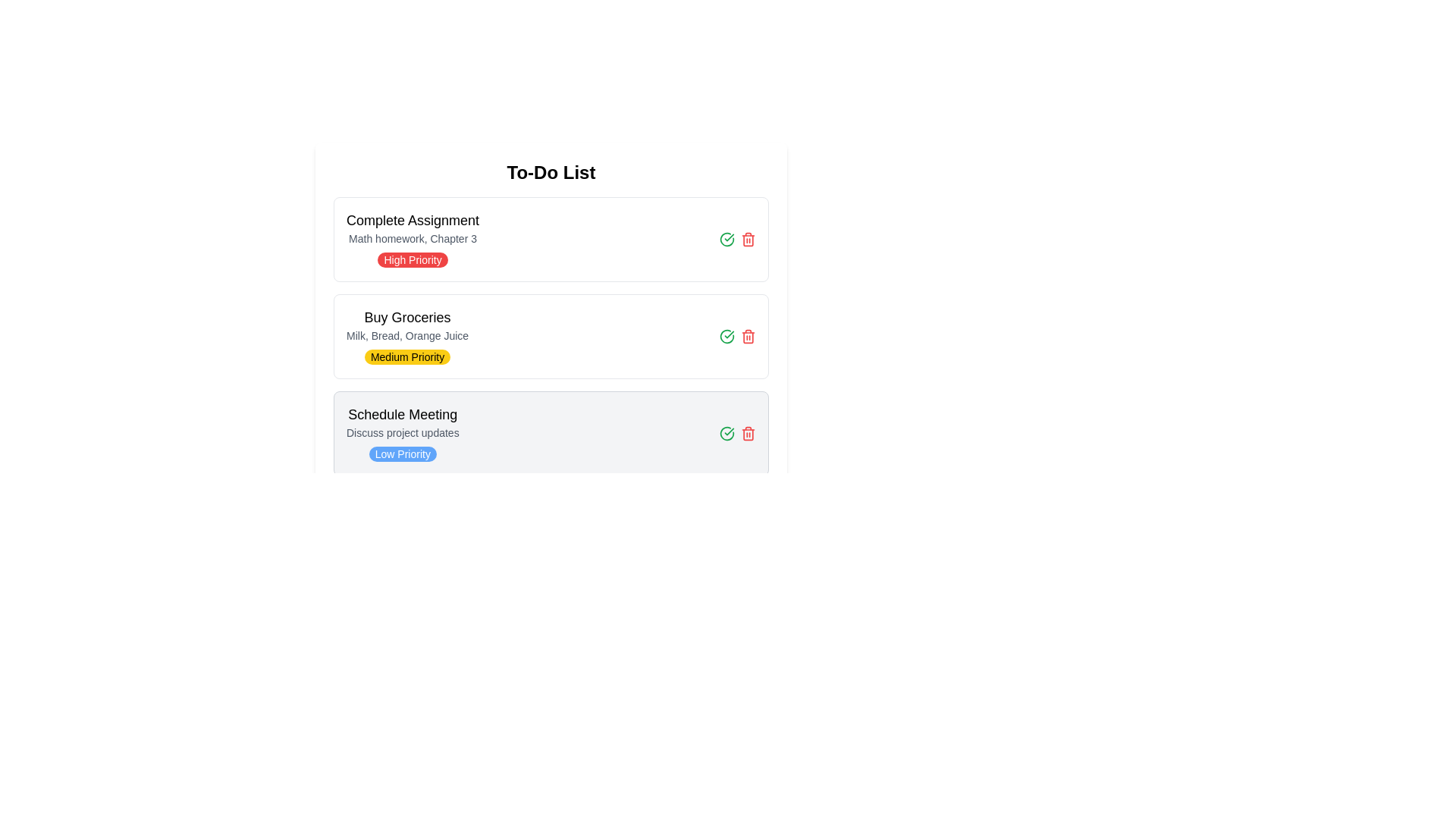  I want to click on the icon group containing action buttons for the 'Buy Groceries' to-do item, so click(738, 335).